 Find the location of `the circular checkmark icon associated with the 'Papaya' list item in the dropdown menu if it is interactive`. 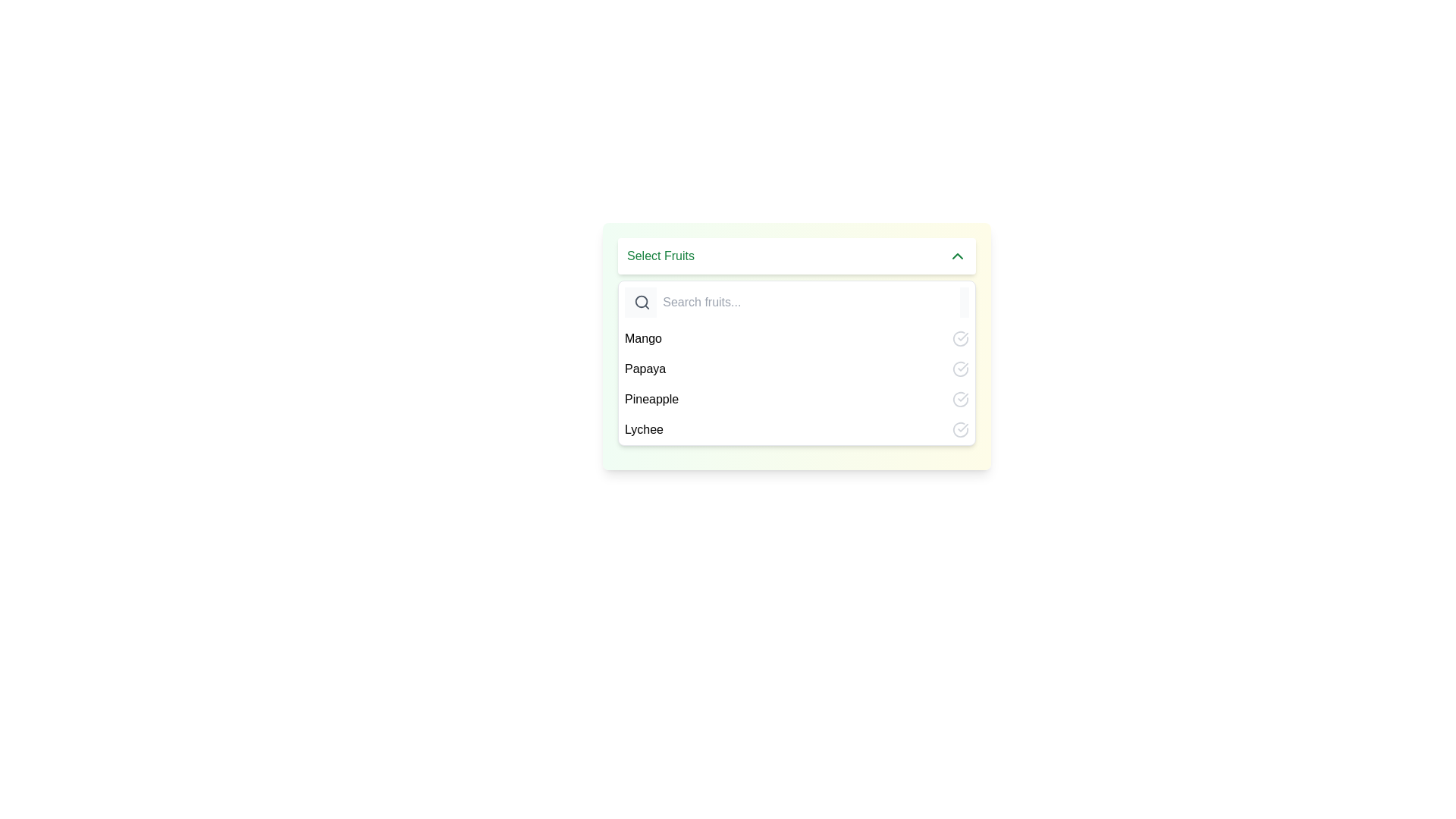

the circular checkmark icon associated with the 'Papaya' list item in the dropdown menu if it is interactive is located at coordinates (960, 369).